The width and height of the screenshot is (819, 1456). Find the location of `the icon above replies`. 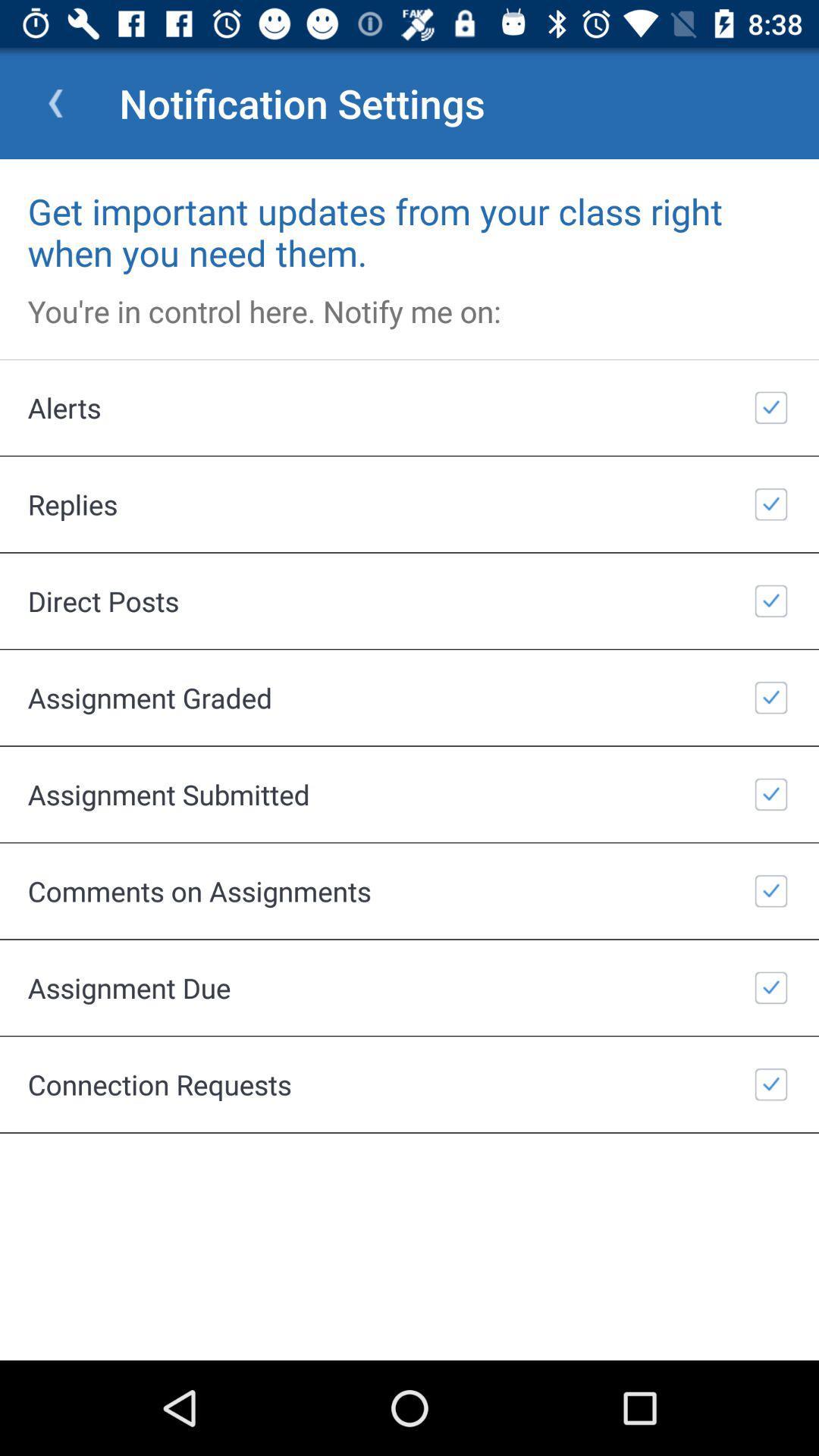

the icon above replies is located at coordinates (409, 407).